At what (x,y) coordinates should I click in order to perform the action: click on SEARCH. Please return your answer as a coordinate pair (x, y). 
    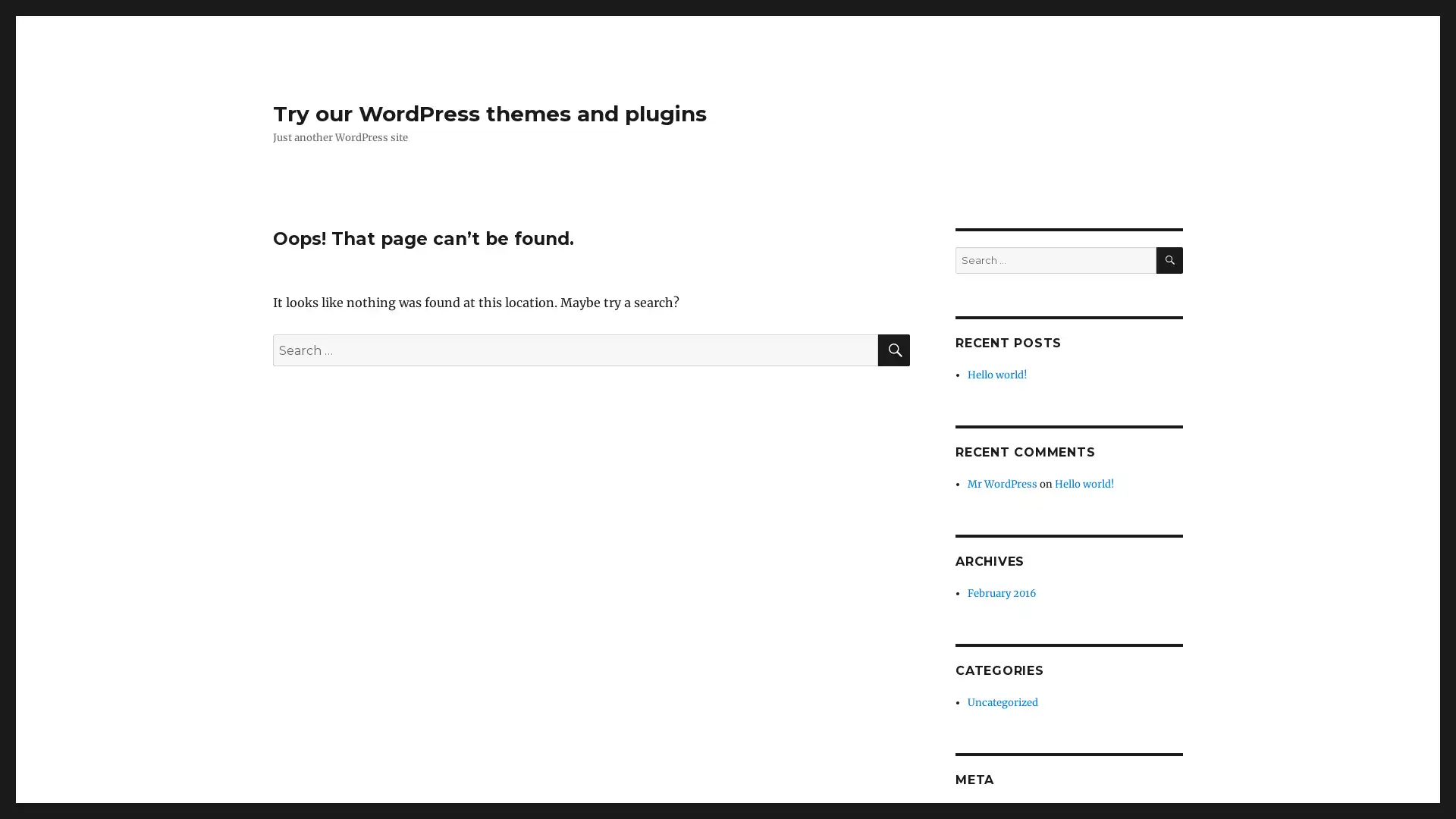
    Looking at the image, I should click on (1169, 259).